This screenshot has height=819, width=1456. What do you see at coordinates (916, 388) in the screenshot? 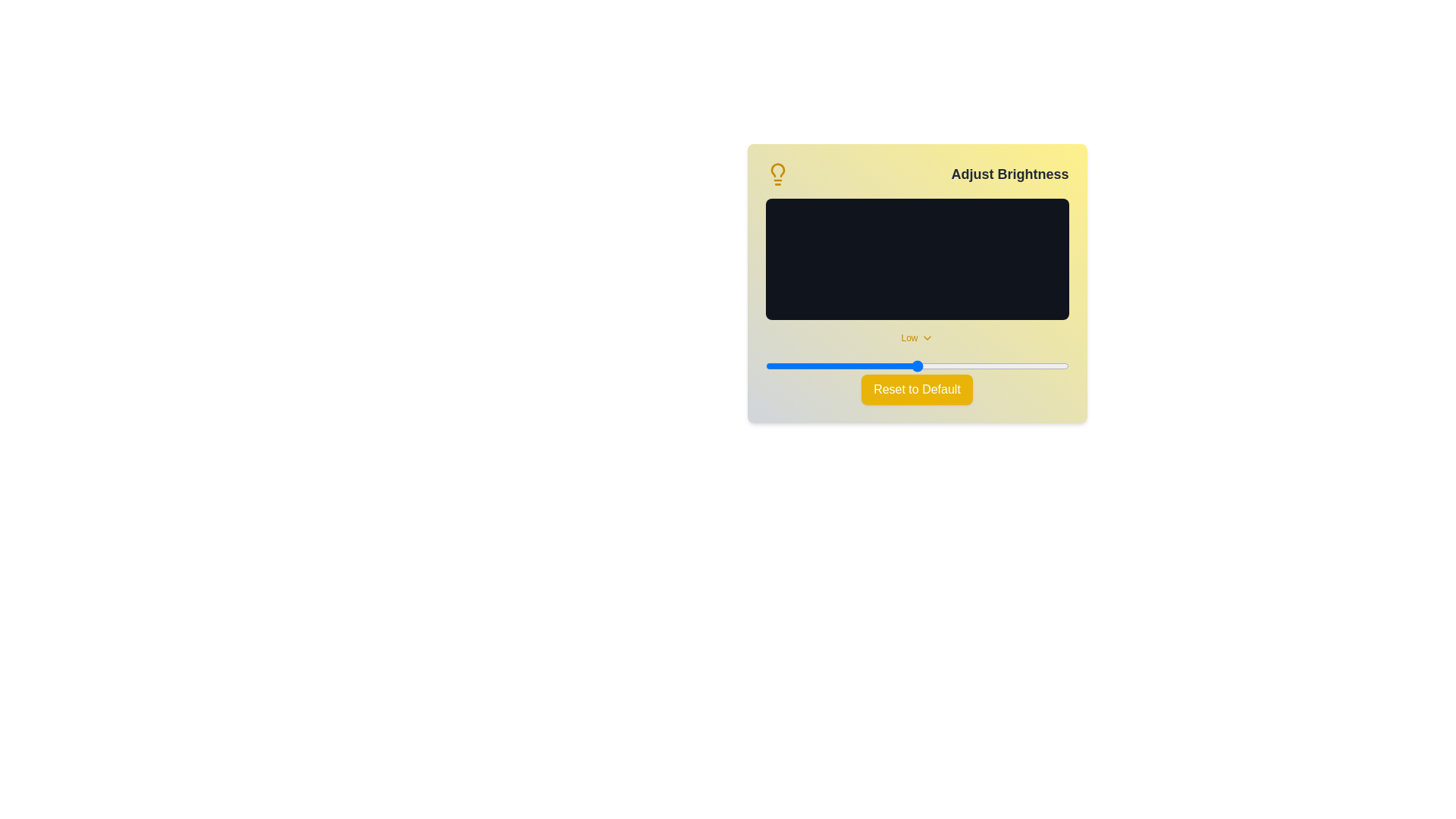
I see `'Reset to Default' button` at bounding box center [916, 388].